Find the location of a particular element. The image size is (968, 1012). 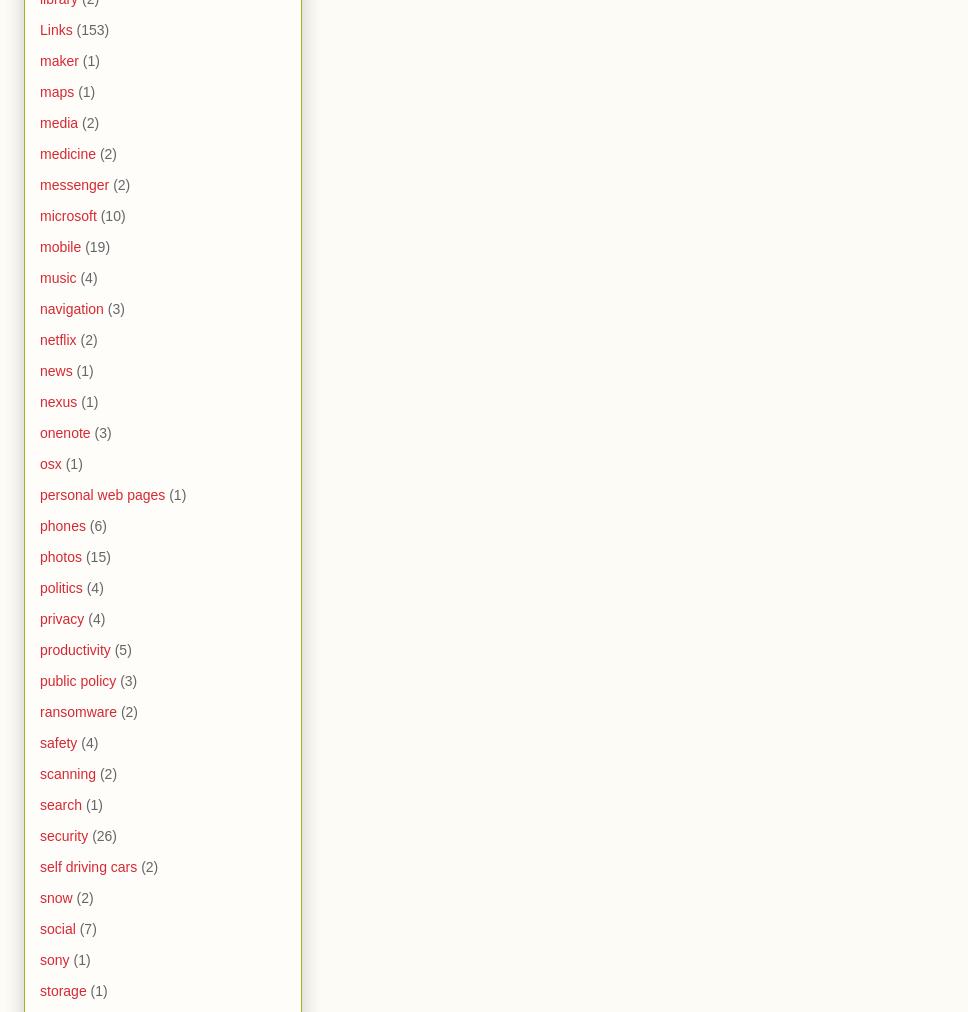

'(10)' is located at coordinates (112, 215).